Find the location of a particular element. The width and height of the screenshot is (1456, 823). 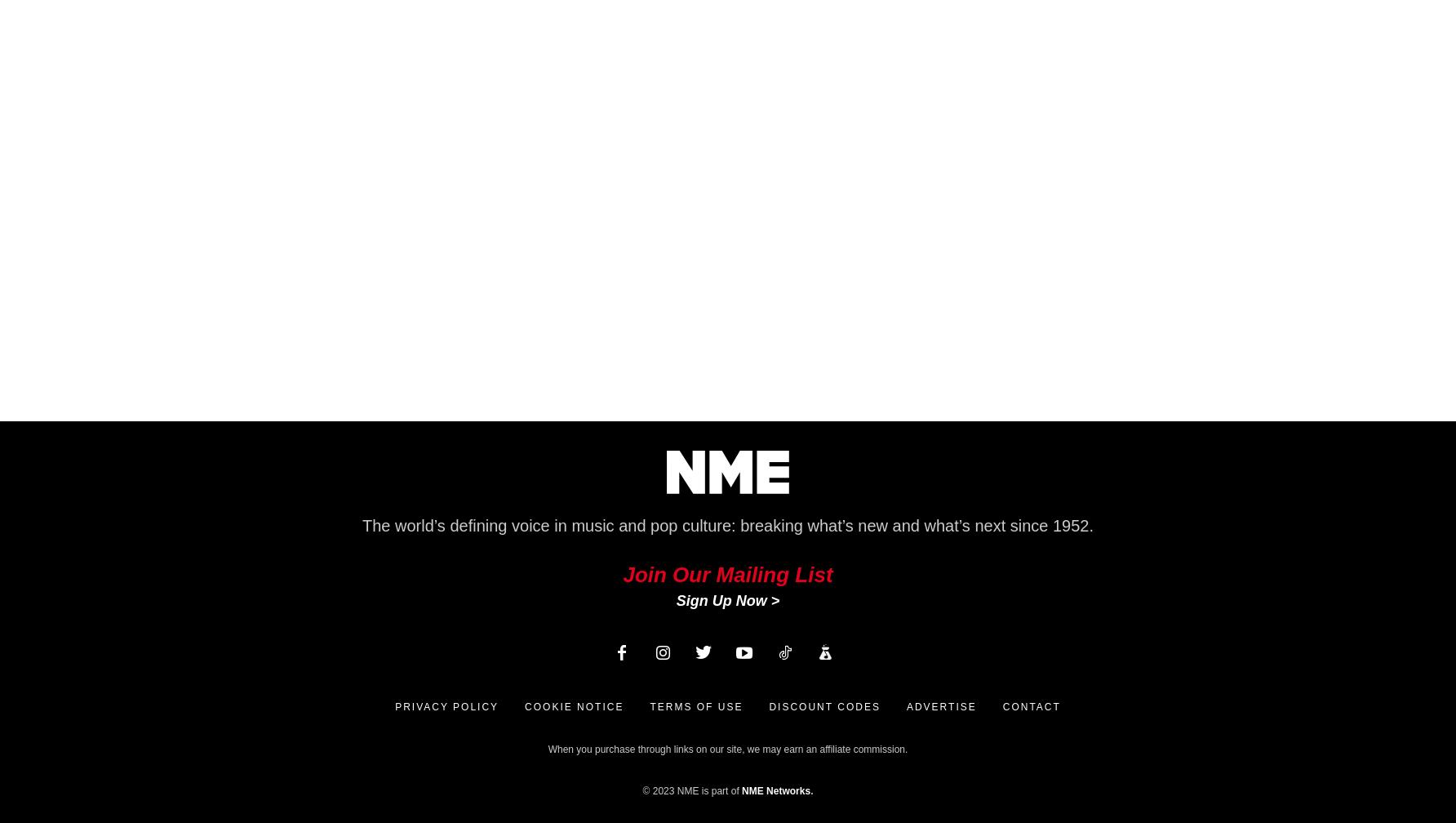

'Sign Up Now >' is located at coordinates (674, 601).